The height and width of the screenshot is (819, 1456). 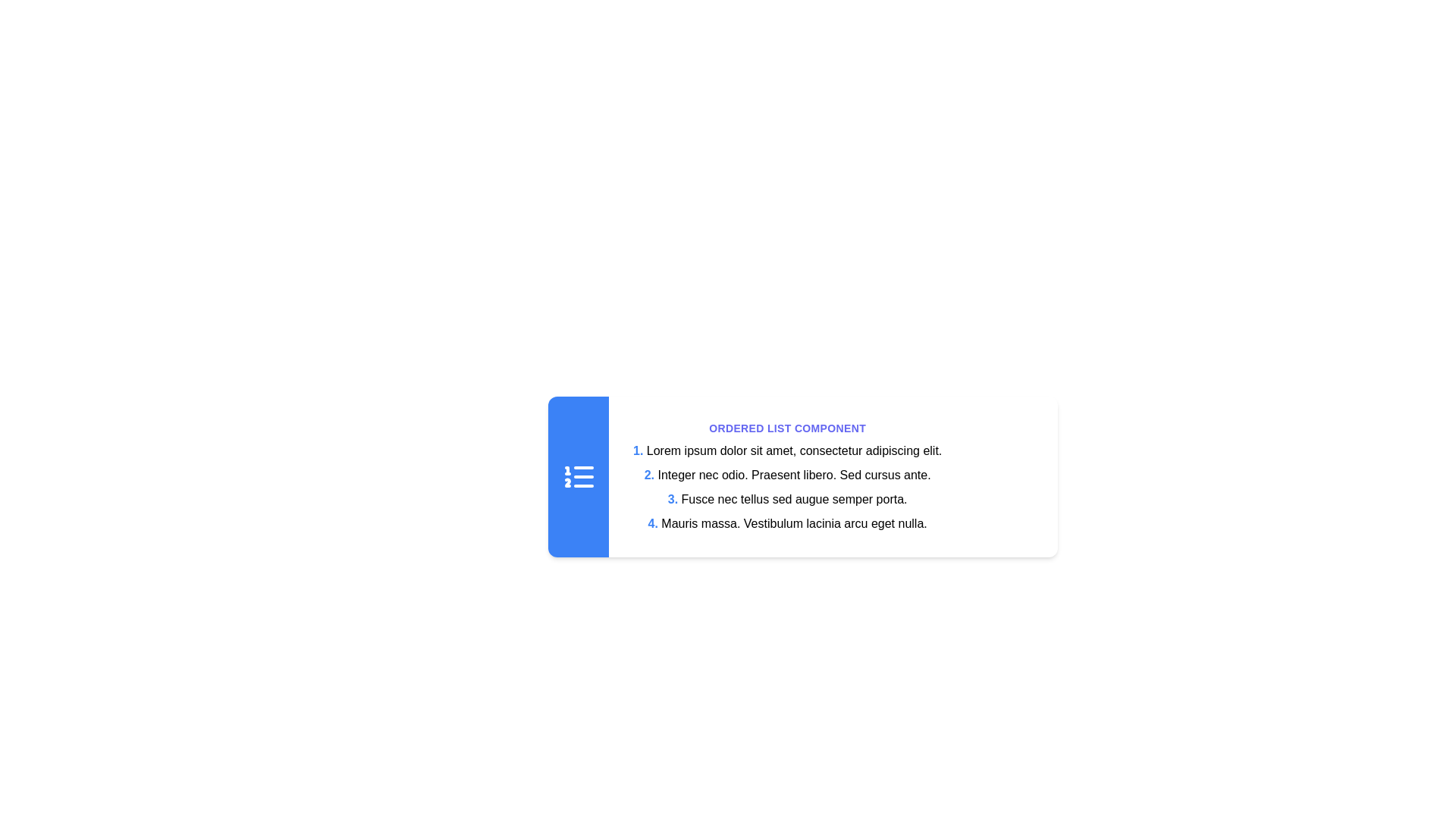 What do you see at coordinates (787, 488) in the screenshot?
I see `the third item of the ordered list, which reads 'Fusce nec tellus sed augue semper porta.'` at bounding box center [787, 488].